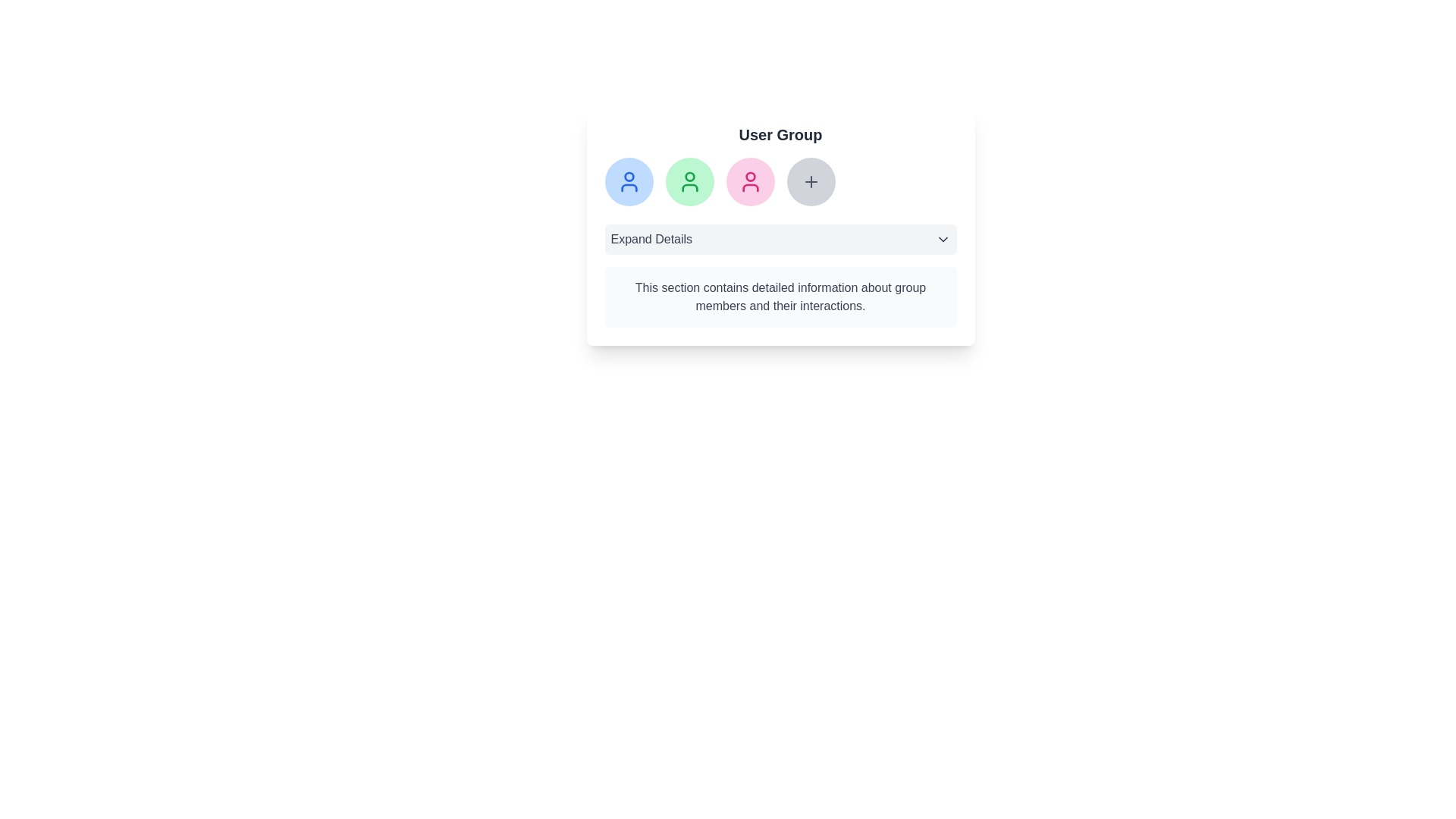 This screenshot has height=819, width=1456. What do you see at coordinates (750, 176) in the screenshot?
I see `the pink user category icon, which is the second icon from the right in a horizontal arrangement of four circular profile icons within the 'User Group' card` at bounding box center [750, 176].